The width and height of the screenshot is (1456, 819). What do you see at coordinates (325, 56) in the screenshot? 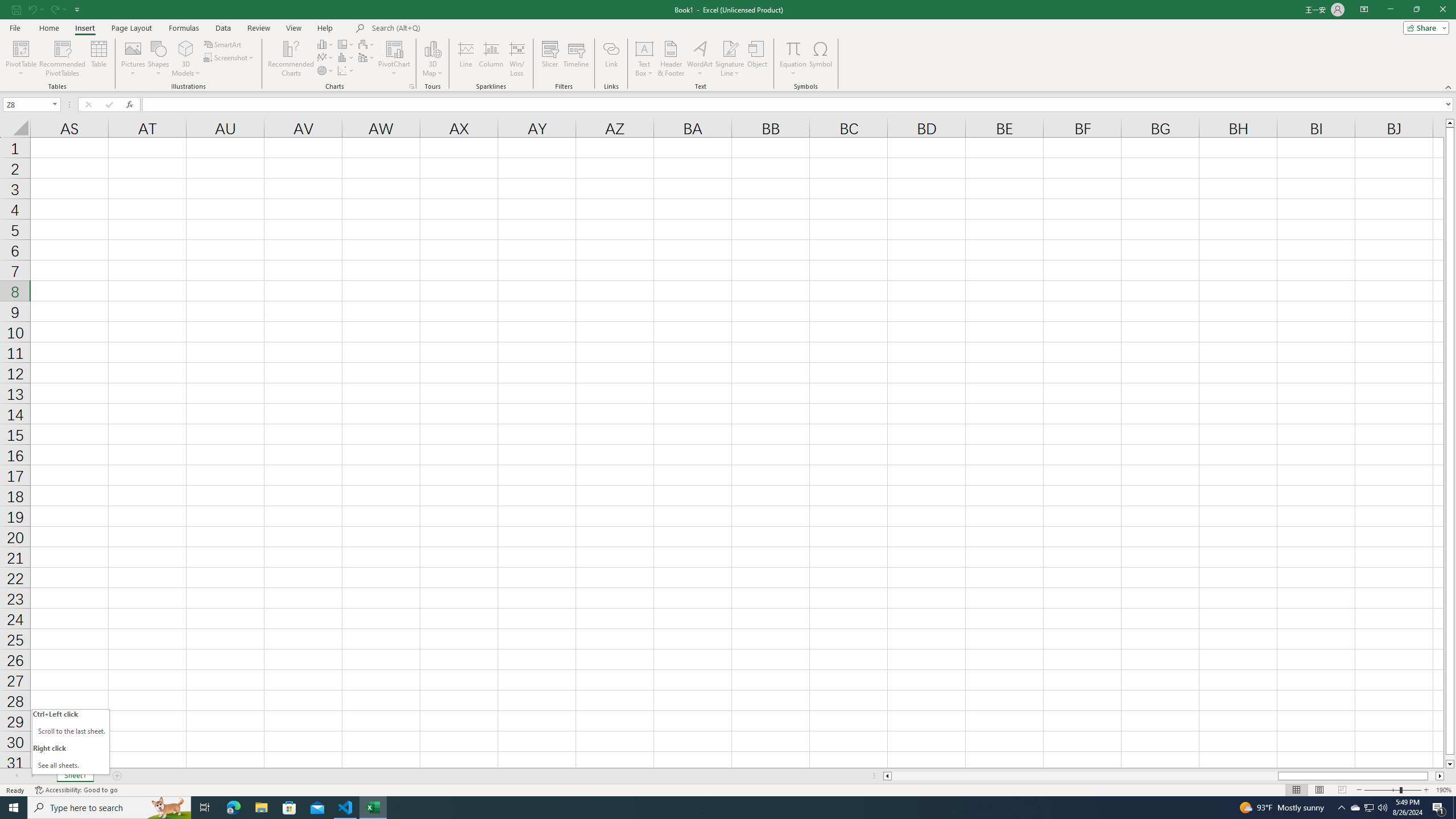
I see `'Insert Line or Area Chart'` at bounding box center [325, 56].